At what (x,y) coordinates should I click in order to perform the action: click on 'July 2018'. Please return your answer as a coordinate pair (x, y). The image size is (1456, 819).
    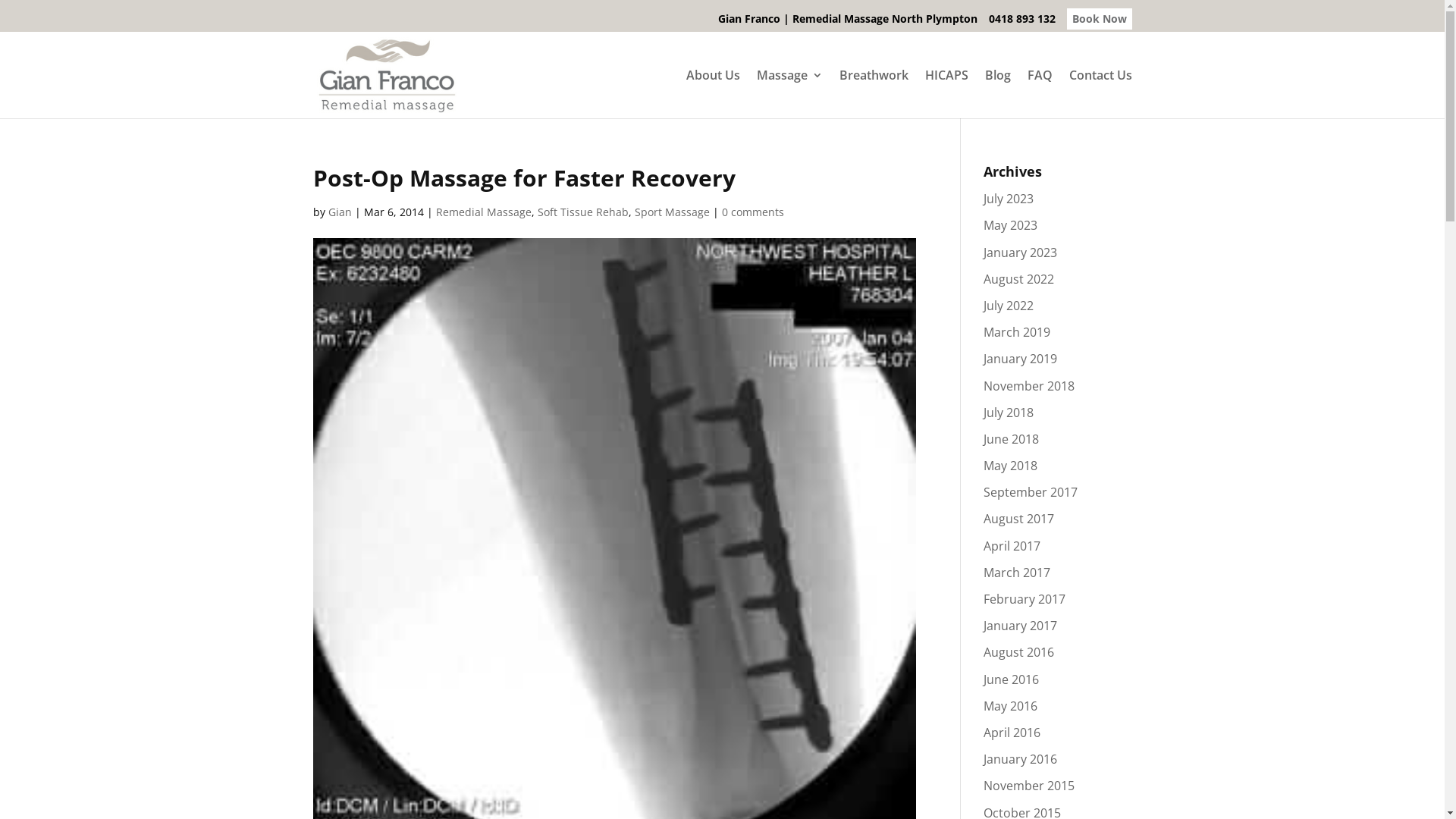
    Looking at the image, I should click on (1008, 412).